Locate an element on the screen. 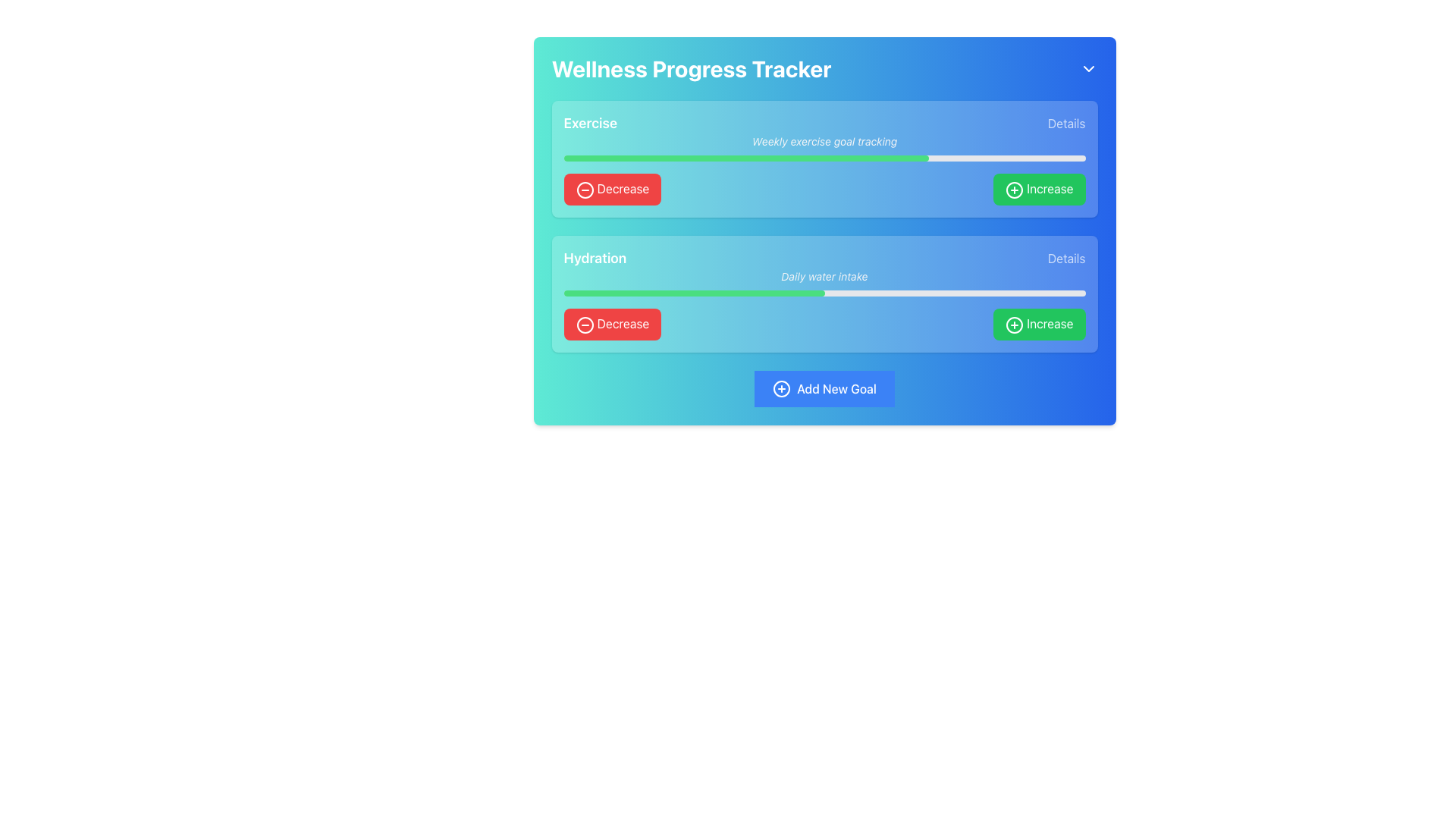 Image resolution: width=1456 pixels, height=819 pixels. the 'Increase' button in the Exercise tracking UI Button Group is located at coordinates (824, 188).